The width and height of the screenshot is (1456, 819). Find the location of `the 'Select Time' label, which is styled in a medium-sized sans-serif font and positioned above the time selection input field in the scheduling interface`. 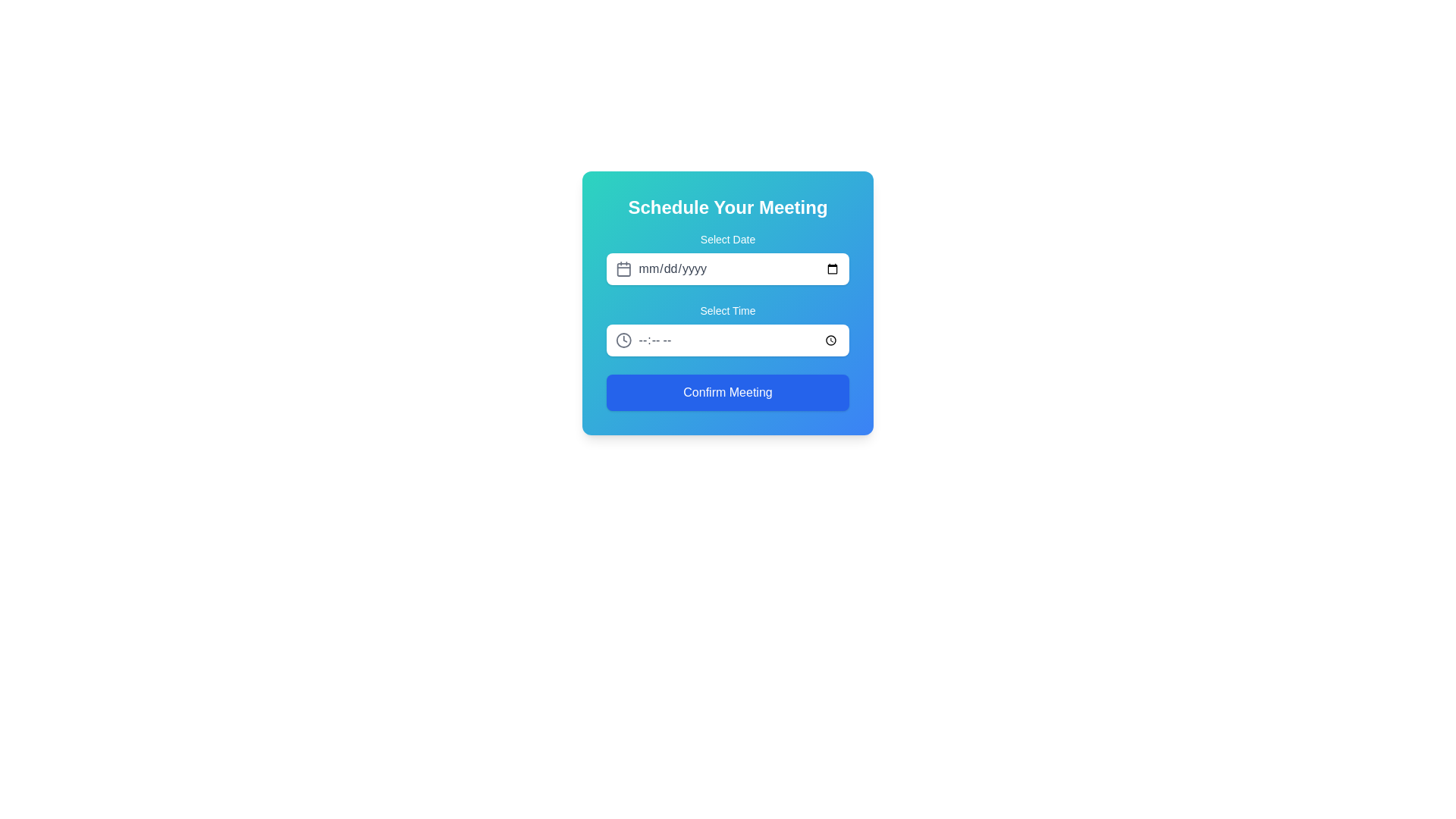

the 'Select Time' label, which is styled in a medium-sized sans-serif font and positioned above the time selection input field in the scheduling interface is located at coordinates (728, 309).